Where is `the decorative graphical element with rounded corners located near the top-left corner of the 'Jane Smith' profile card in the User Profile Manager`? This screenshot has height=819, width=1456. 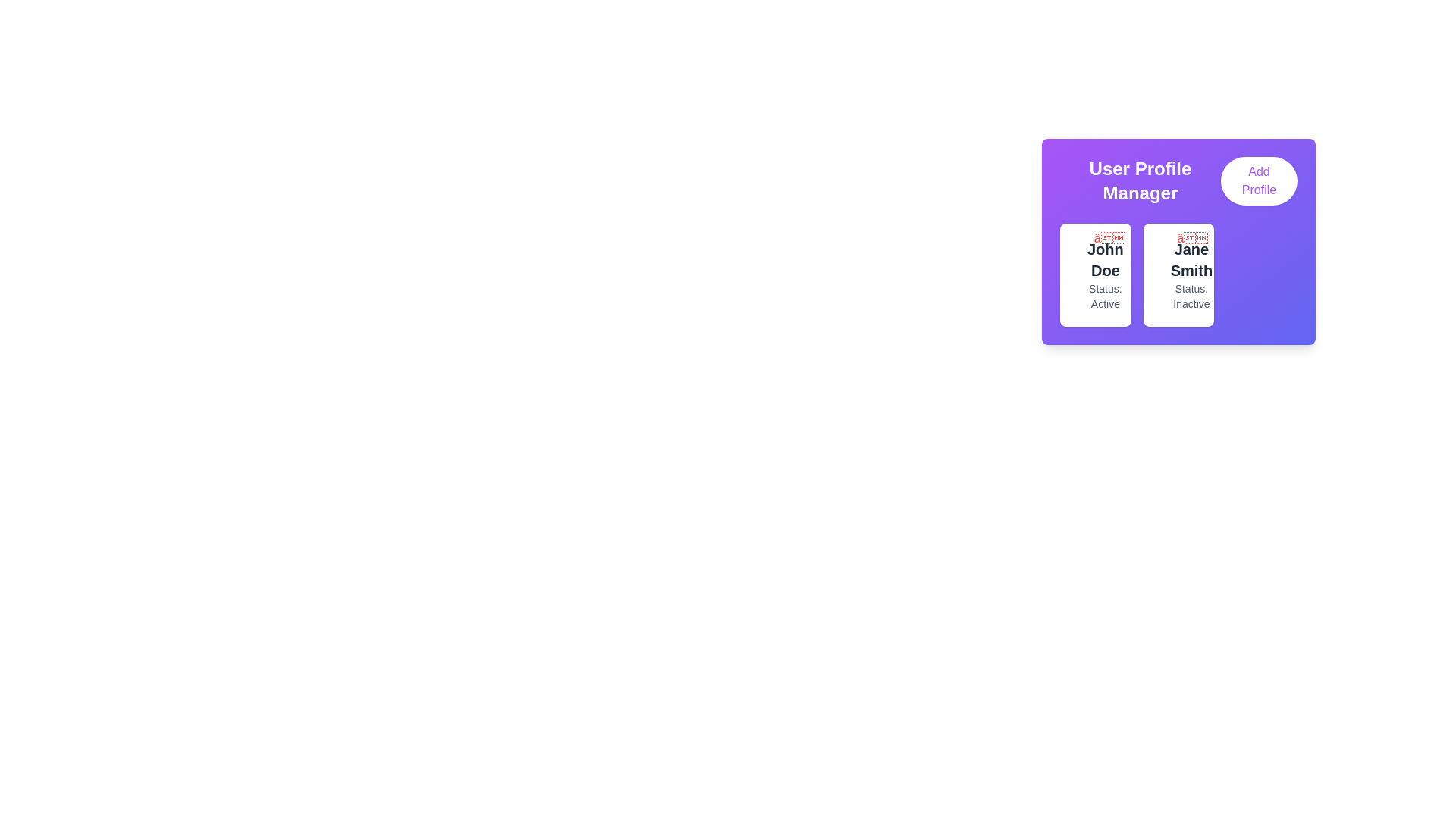
the decorative graphical element with rounded corners located near the top-left corner of the 'Jane Smith' profile card in the User Profile Manager is located at coordinates (1166, 265).